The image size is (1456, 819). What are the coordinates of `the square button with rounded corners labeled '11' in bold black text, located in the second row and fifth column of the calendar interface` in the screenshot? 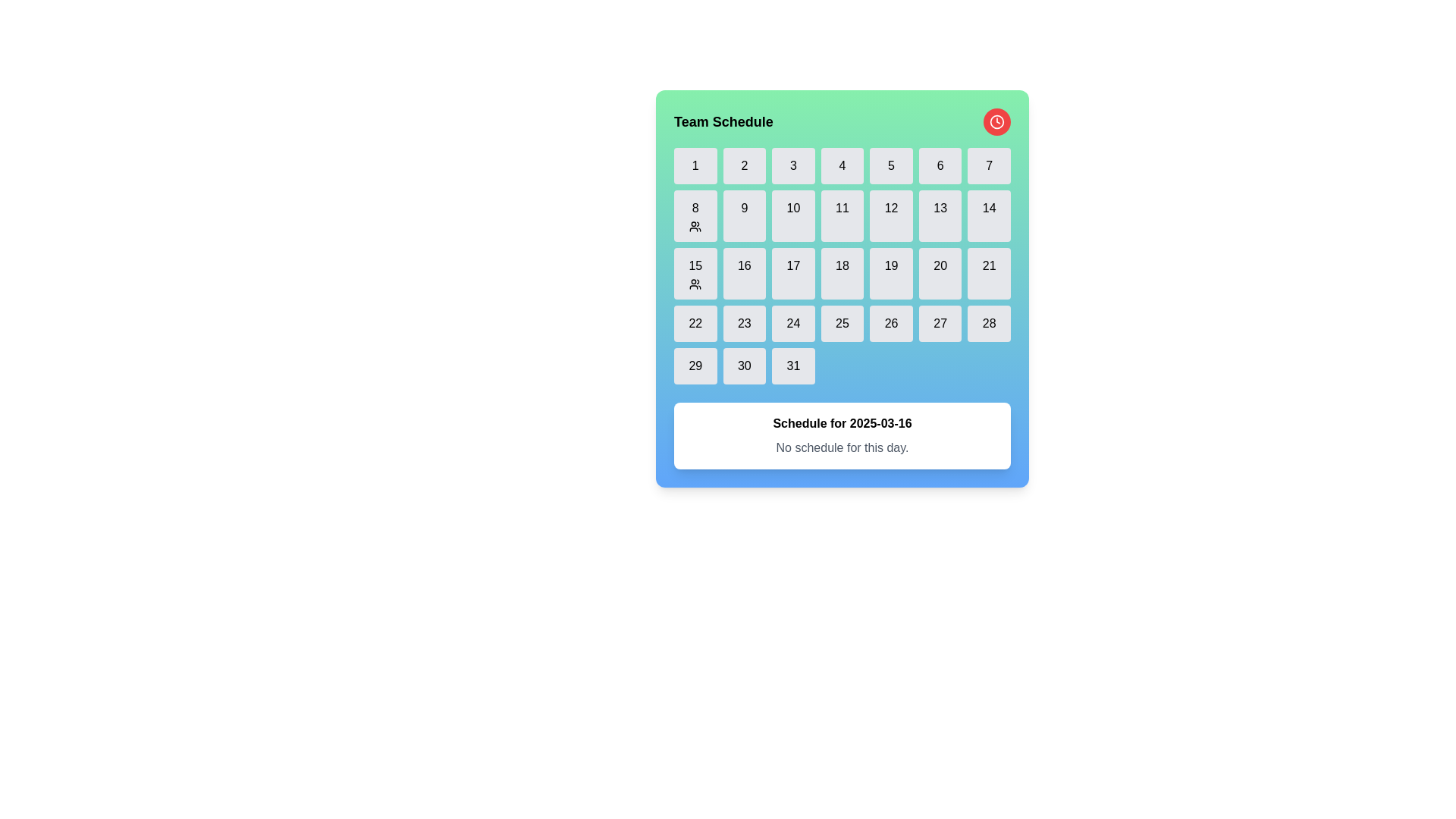 It's located at (841, 216).